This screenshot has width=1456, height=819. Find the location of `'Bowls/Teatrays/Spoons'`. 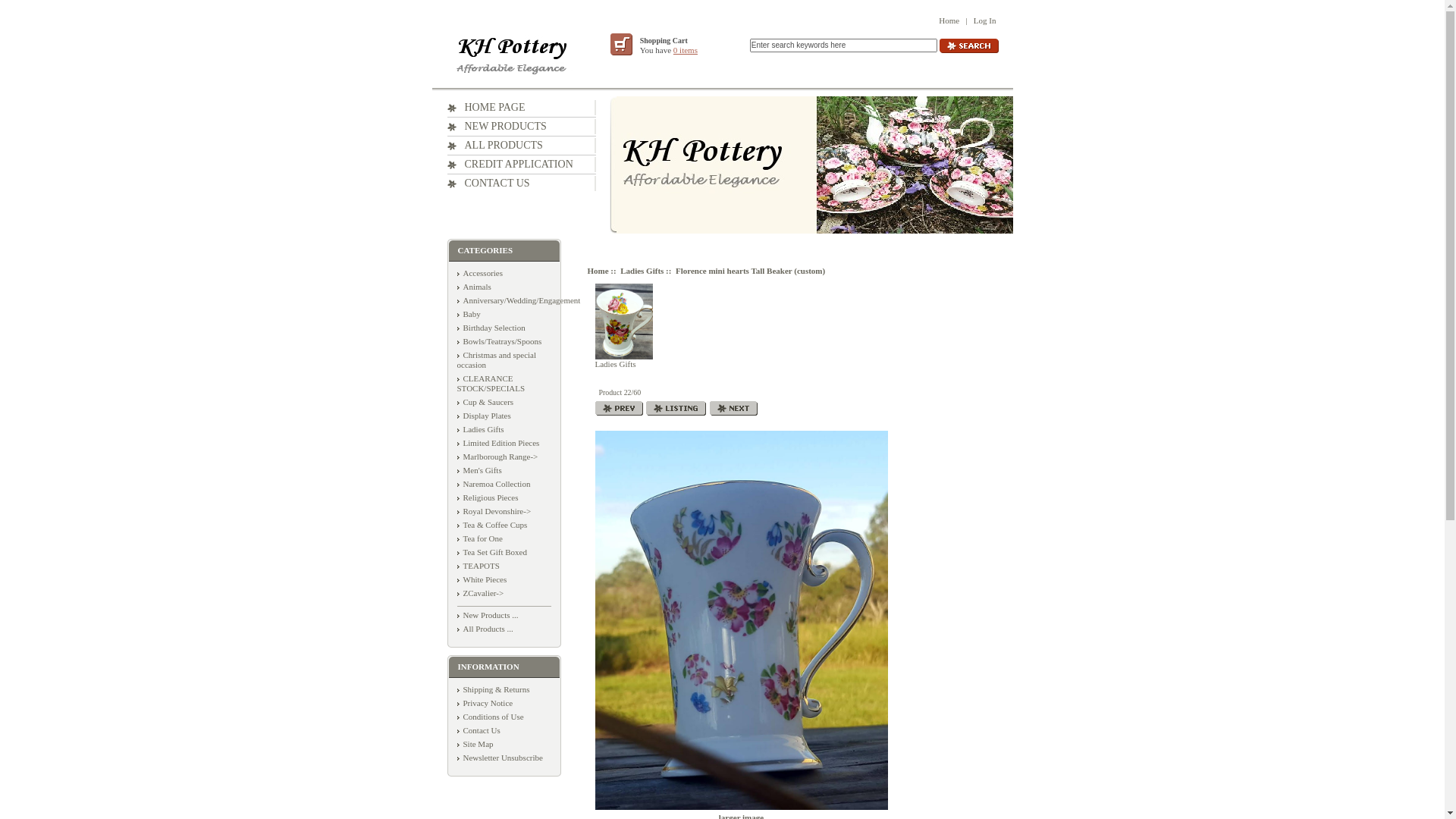

'Bowls/Teatrays/Spoons' is located at coordinates (455, 341).